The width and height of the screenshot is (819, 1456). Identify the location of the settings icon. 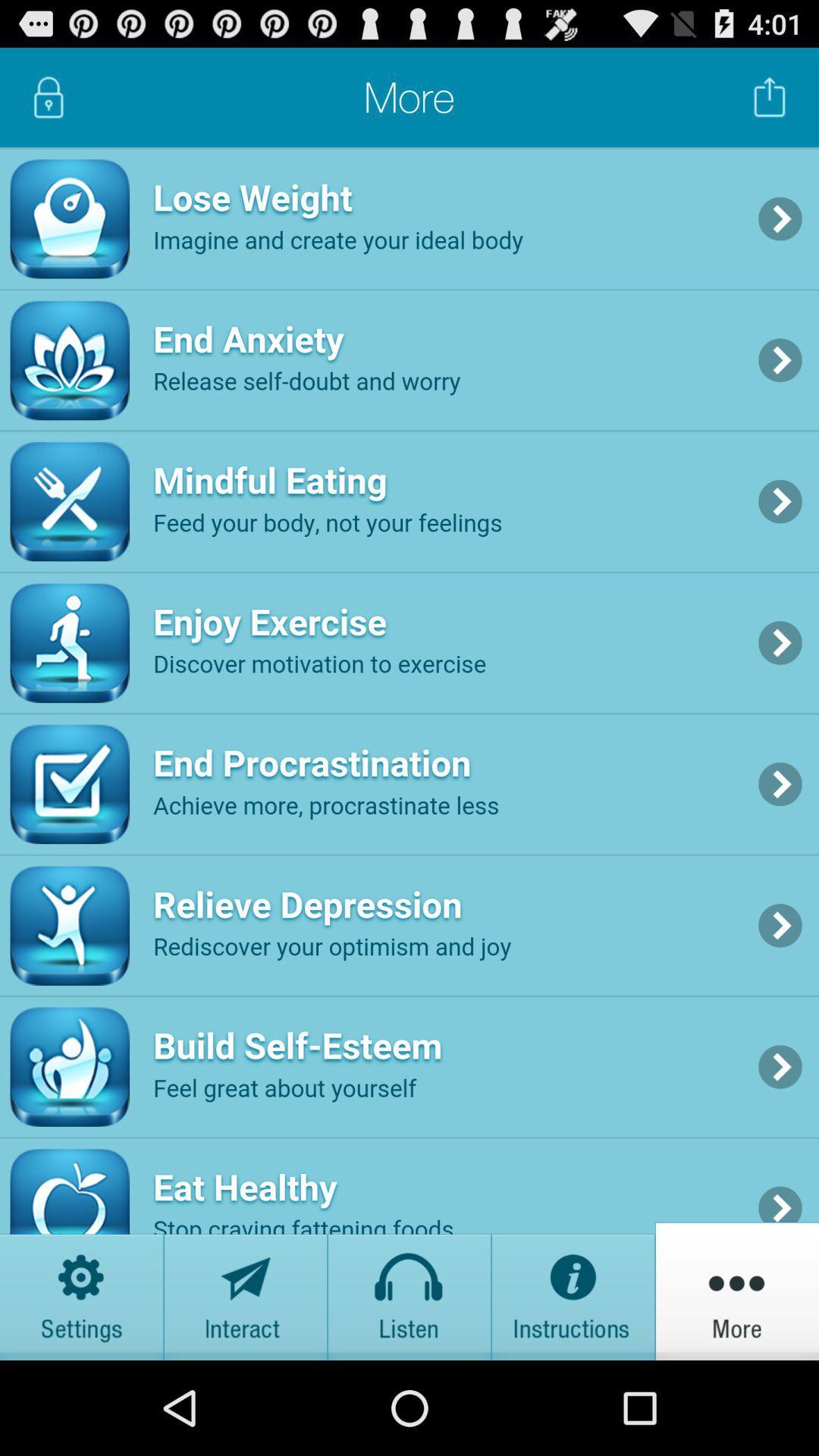
(82, 1381).